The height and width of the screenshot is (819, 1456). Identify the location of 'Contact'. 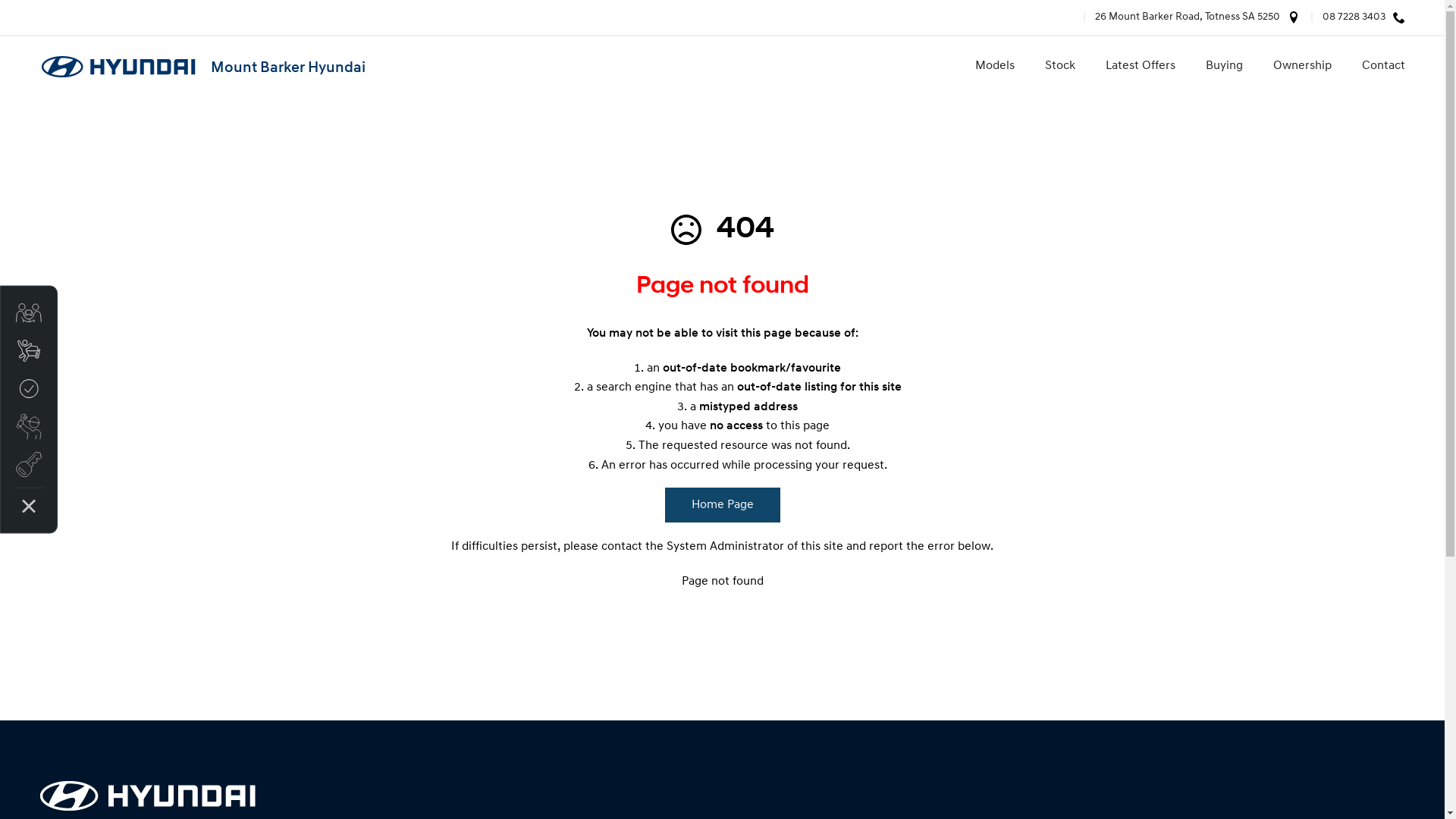
(1376, 66).